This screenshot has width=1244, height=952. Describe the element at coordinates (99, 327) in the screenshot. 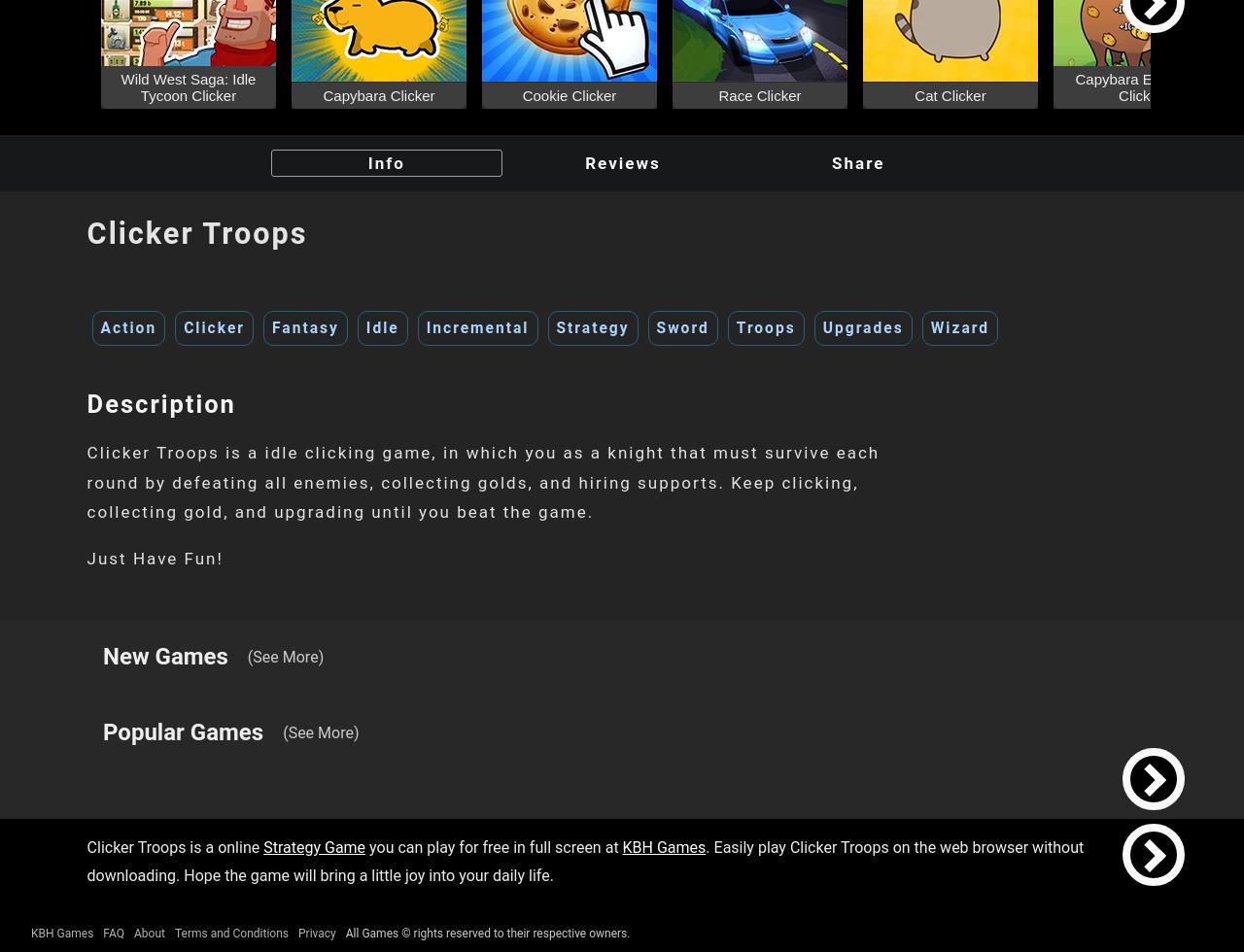

I see `'Action'` at that location.